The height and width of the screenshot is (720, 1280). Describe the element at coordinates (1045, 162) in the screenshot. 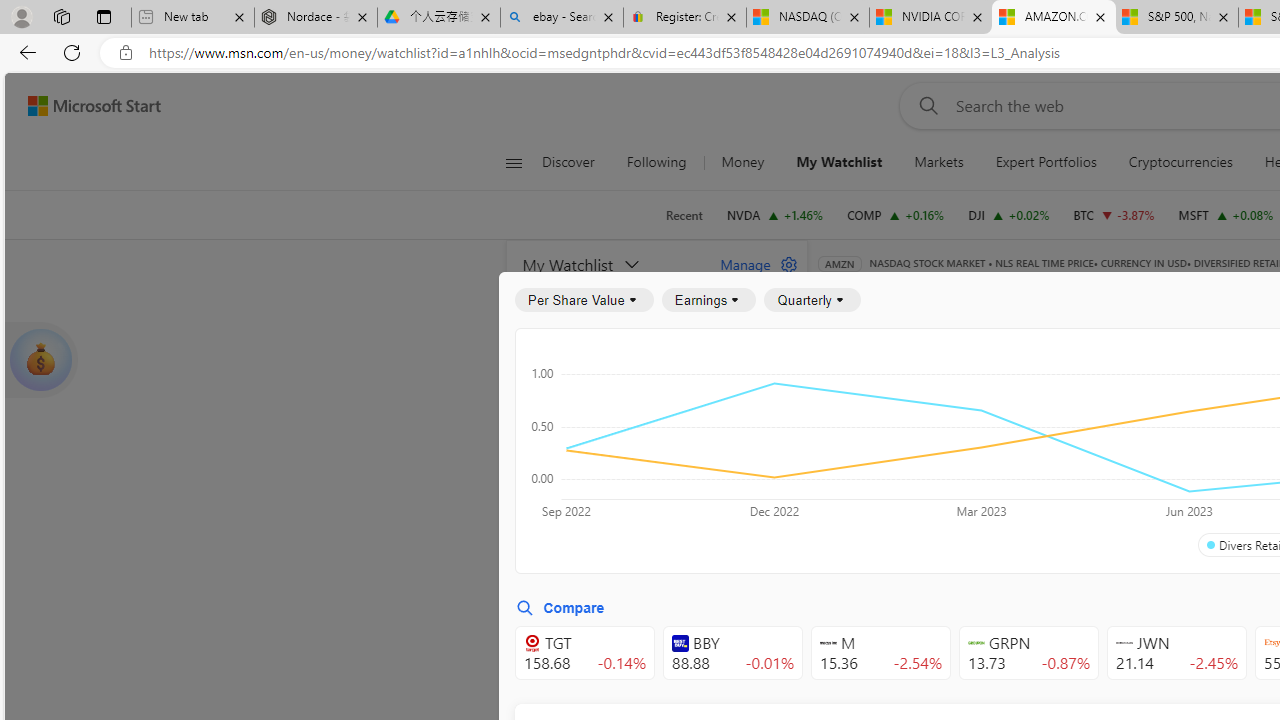

I see `'Expert Portfolios'` at that location.